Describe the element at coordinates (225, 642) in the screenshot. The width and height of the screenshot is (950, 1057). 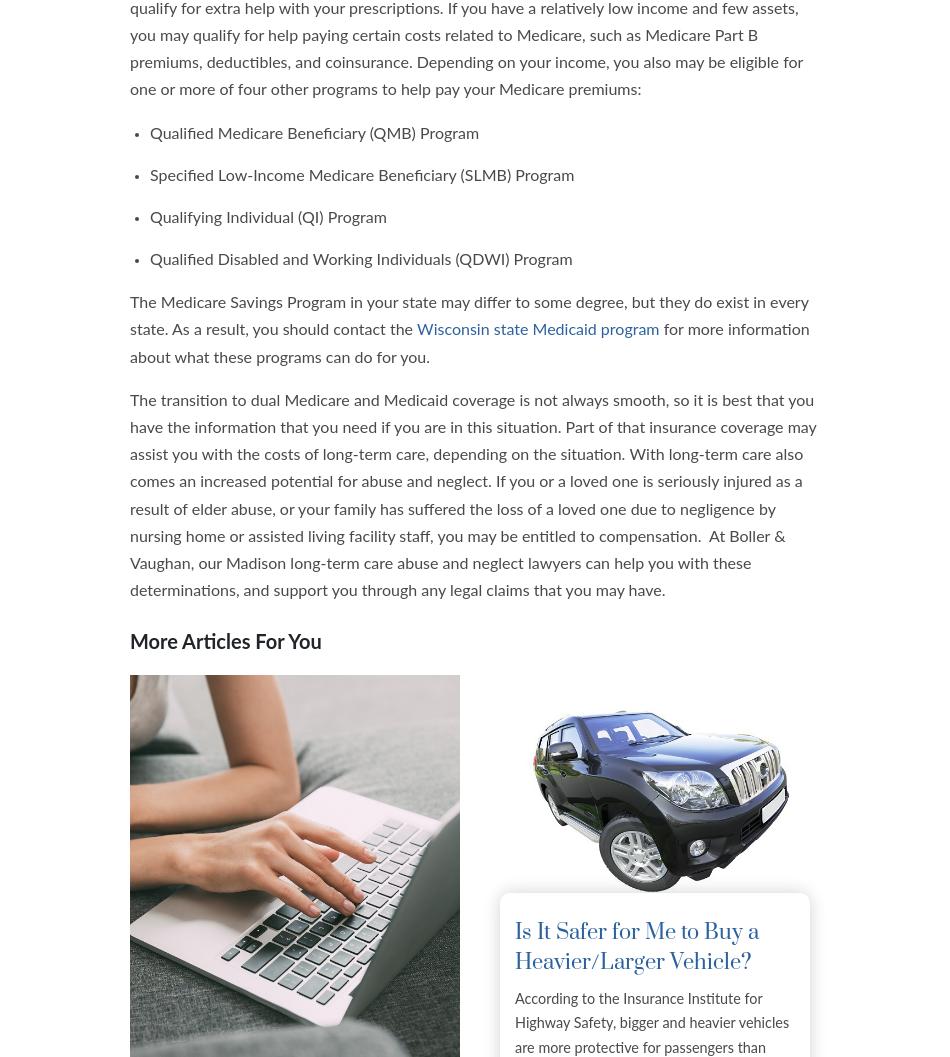
I see `'More Articles For You'` at that location.